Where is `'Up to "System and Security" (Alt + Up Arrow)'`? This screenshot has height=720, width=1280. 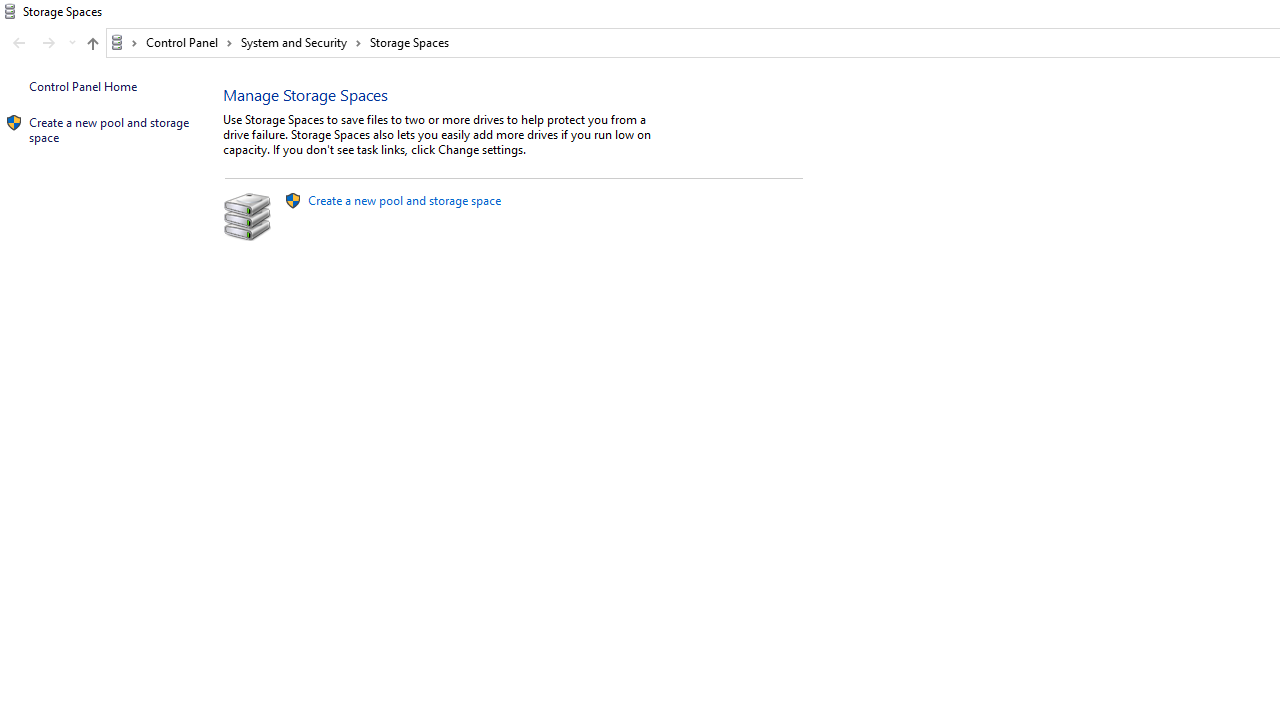
'Up to "System and Security" (Alt + Up Arrow)' is located at coordinates (91, 43).